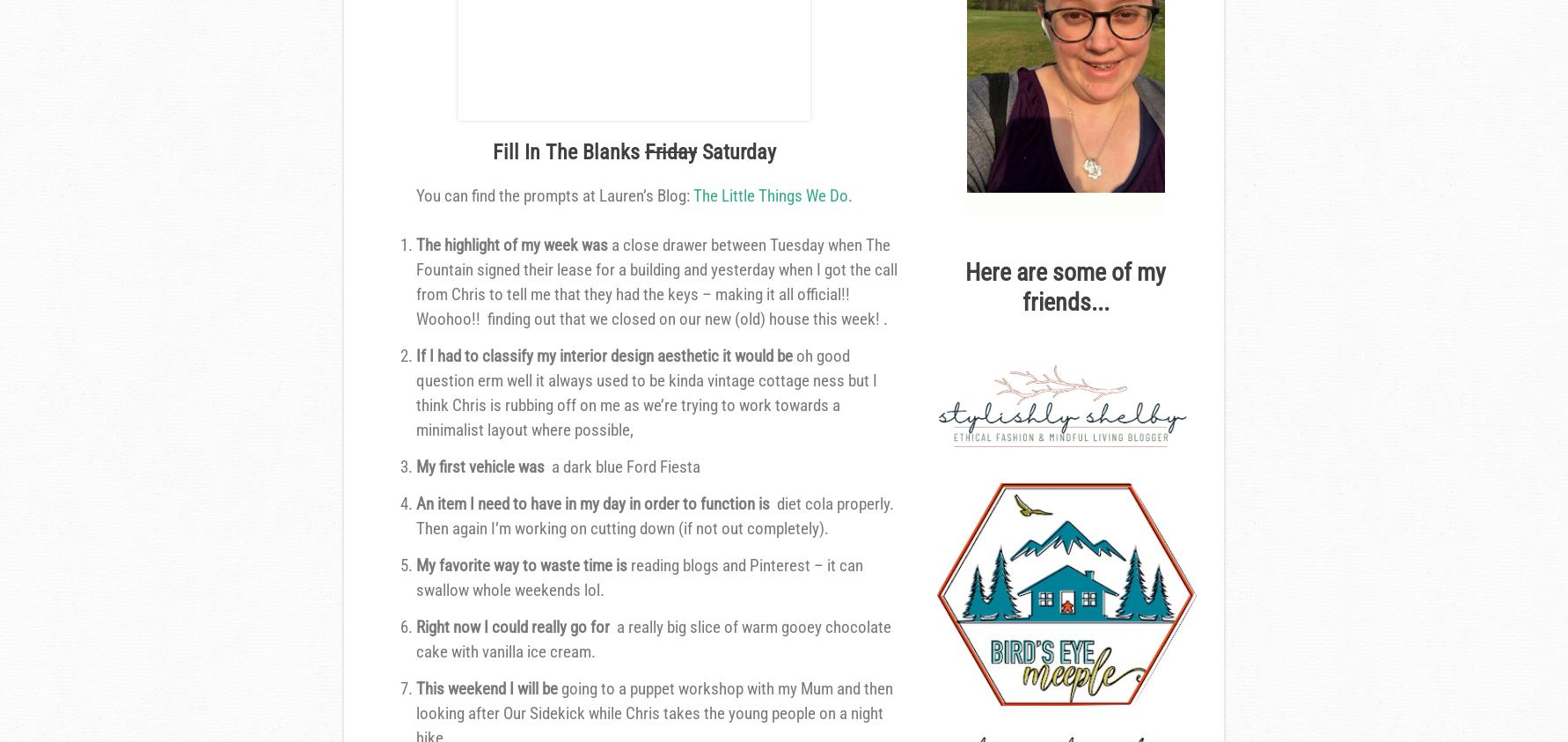 Image resolution: width=1568 pixels, height=742 pixels. What do you see at coordinates (964, 285) in the screenshot?
I see `'Here are some of my friends...'` at bounding box center [964, 285].